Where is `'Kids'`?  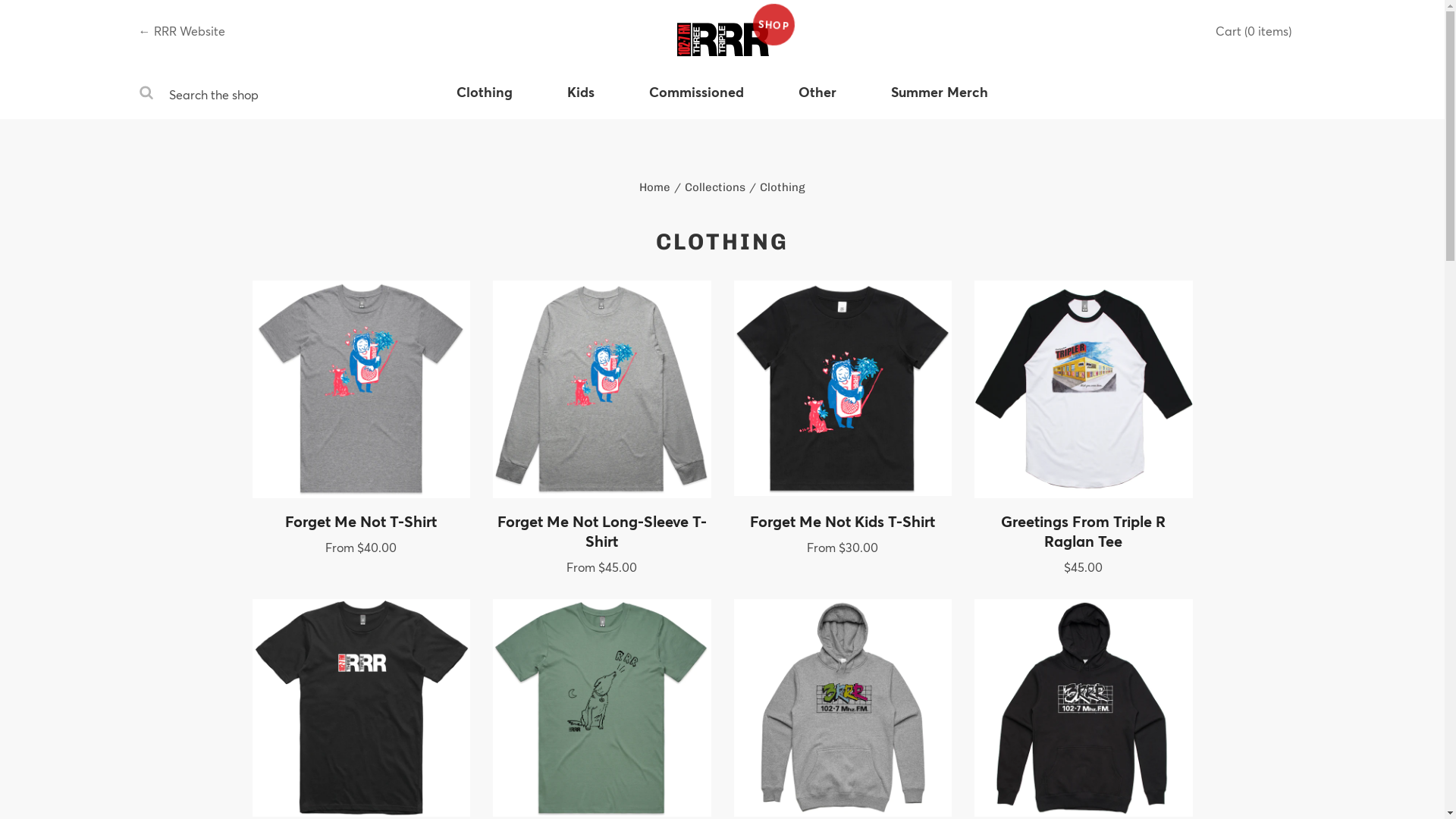 'Kids' is located at coordinates (580, 100).